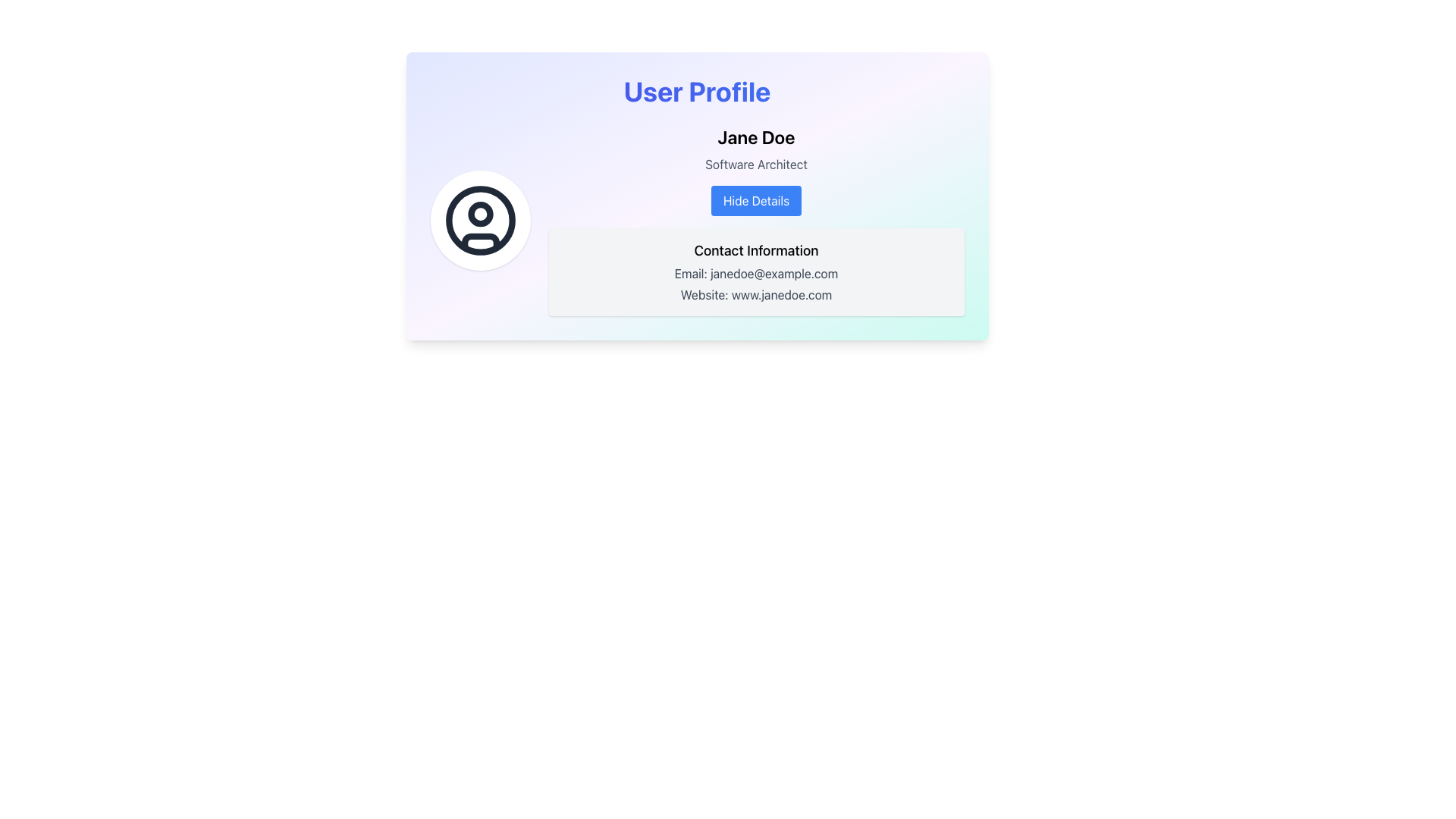 The width and height of the screenshot is (1456, 819). What do you see at coordinates (756, 200) in the screenshot?
I see `the blue button labeled 'Hide Details' with rounded corners, located between the title 'Software Architect' and the 'Contact Information' section, to hide details` at bounding box center [756, 200].